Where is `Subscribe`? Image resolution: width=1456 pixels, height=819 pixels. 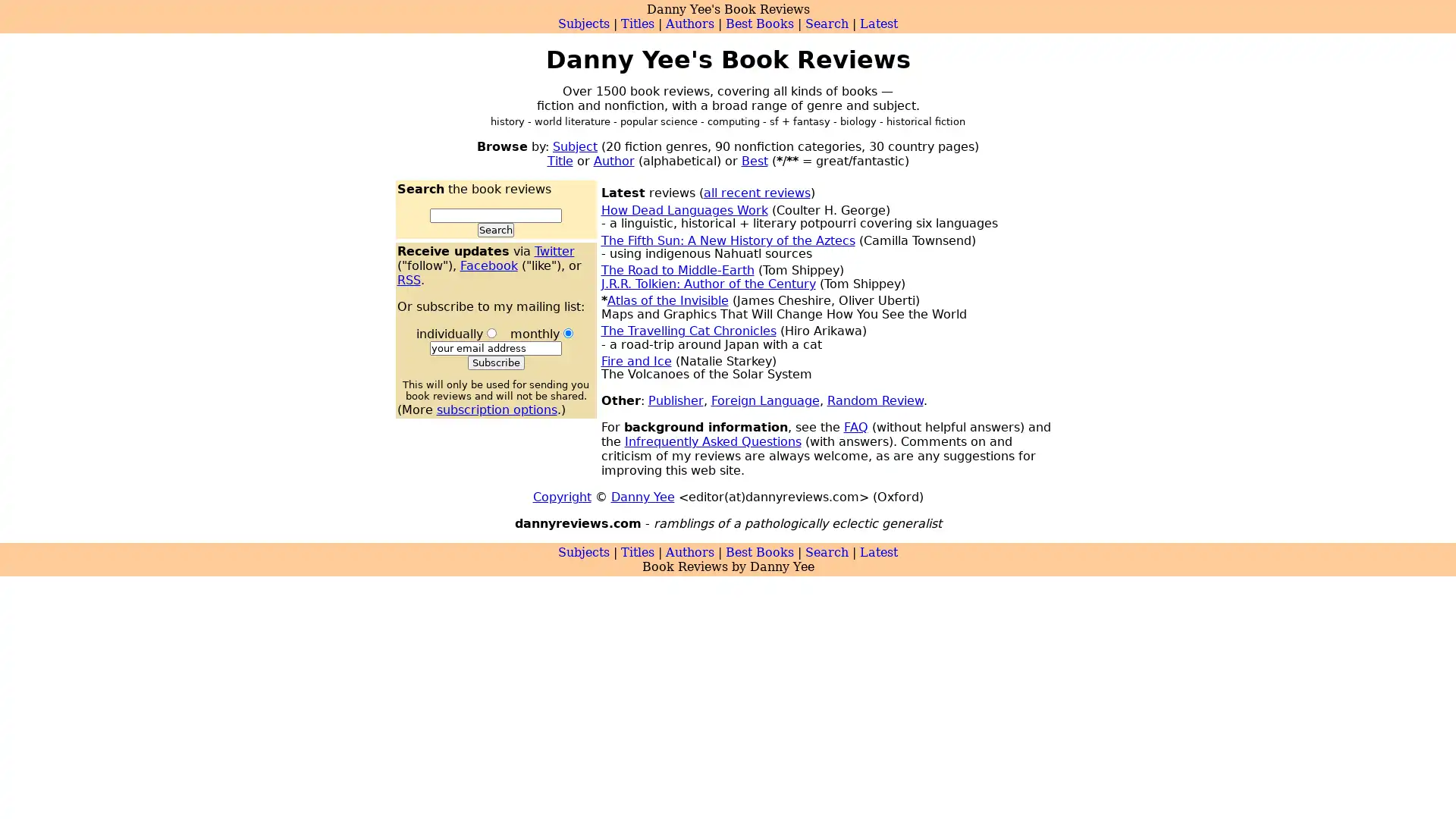
Subscribe is located at coordinates (495, 362).